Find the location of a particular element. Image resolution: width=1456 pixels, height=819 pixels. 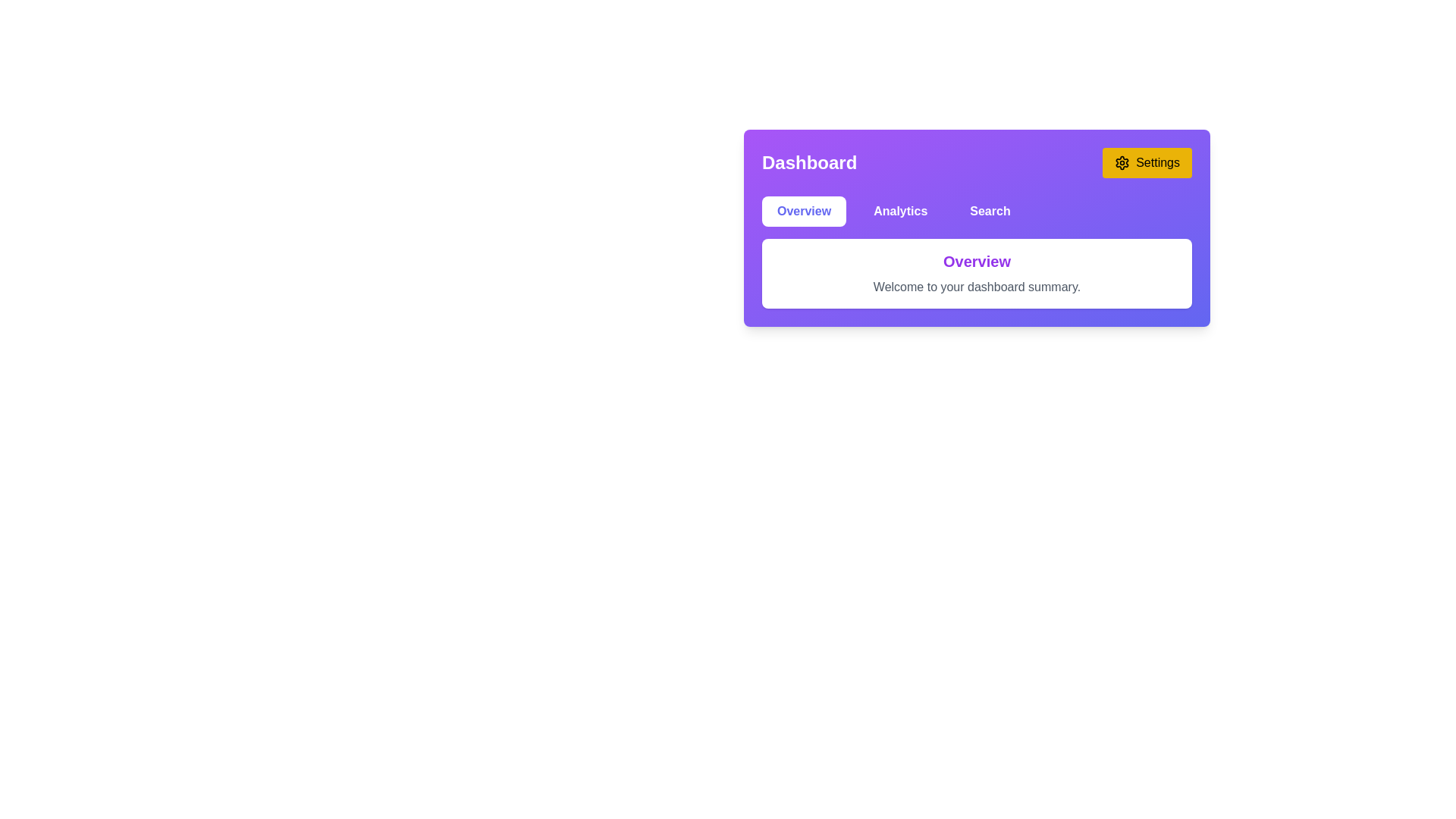

the 'Dashboard' text label, which is bold and white against a purple background, located in the top-left corner of the header section is located at coordinates (808, 163).